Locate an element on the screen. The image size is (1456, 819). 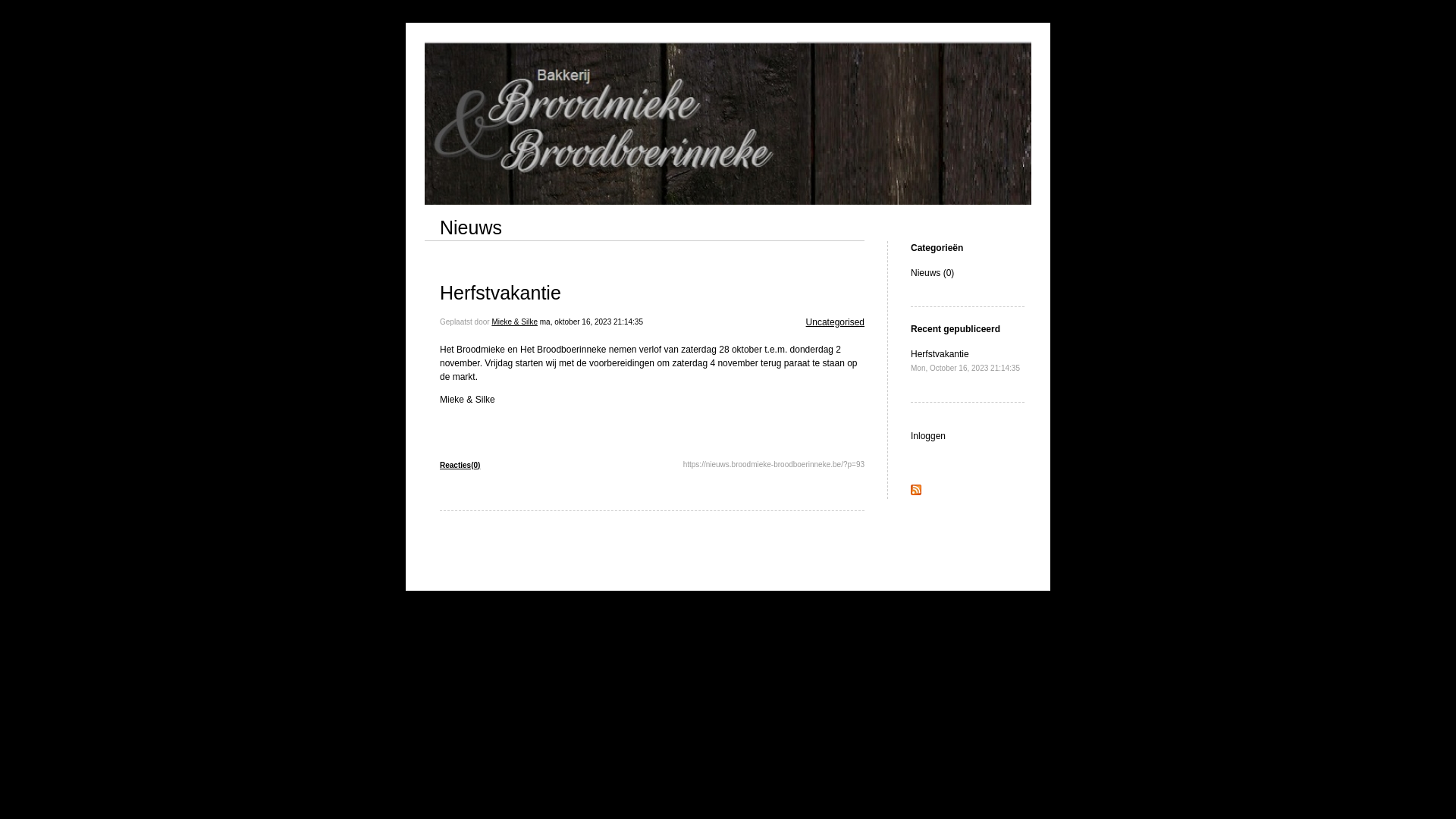
'Herfstvakantie' is located at coordinates (500, 292).